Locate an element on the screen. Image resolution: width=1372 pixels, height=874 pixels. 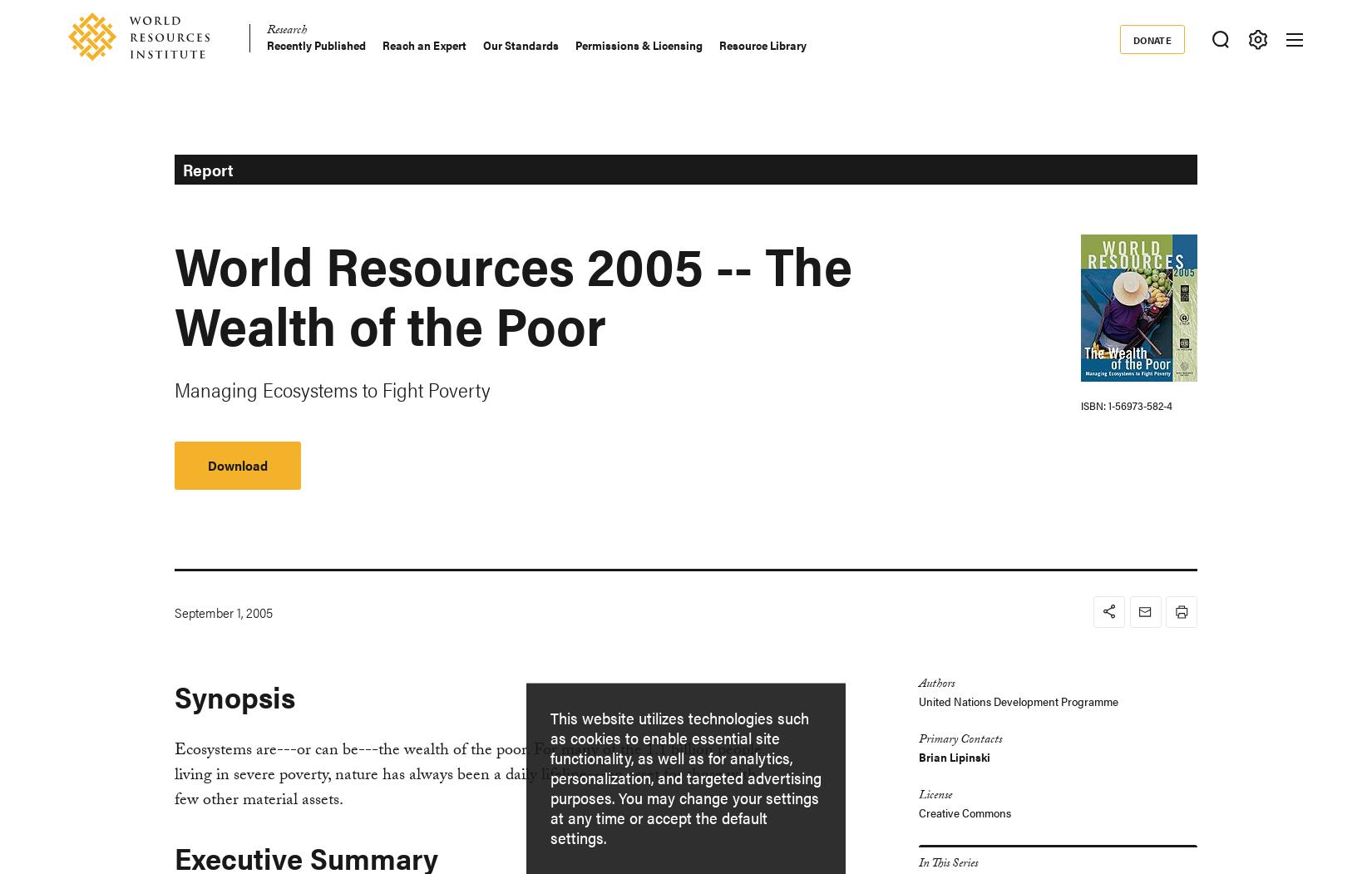
'Data' is located at coordinates (88, 292).